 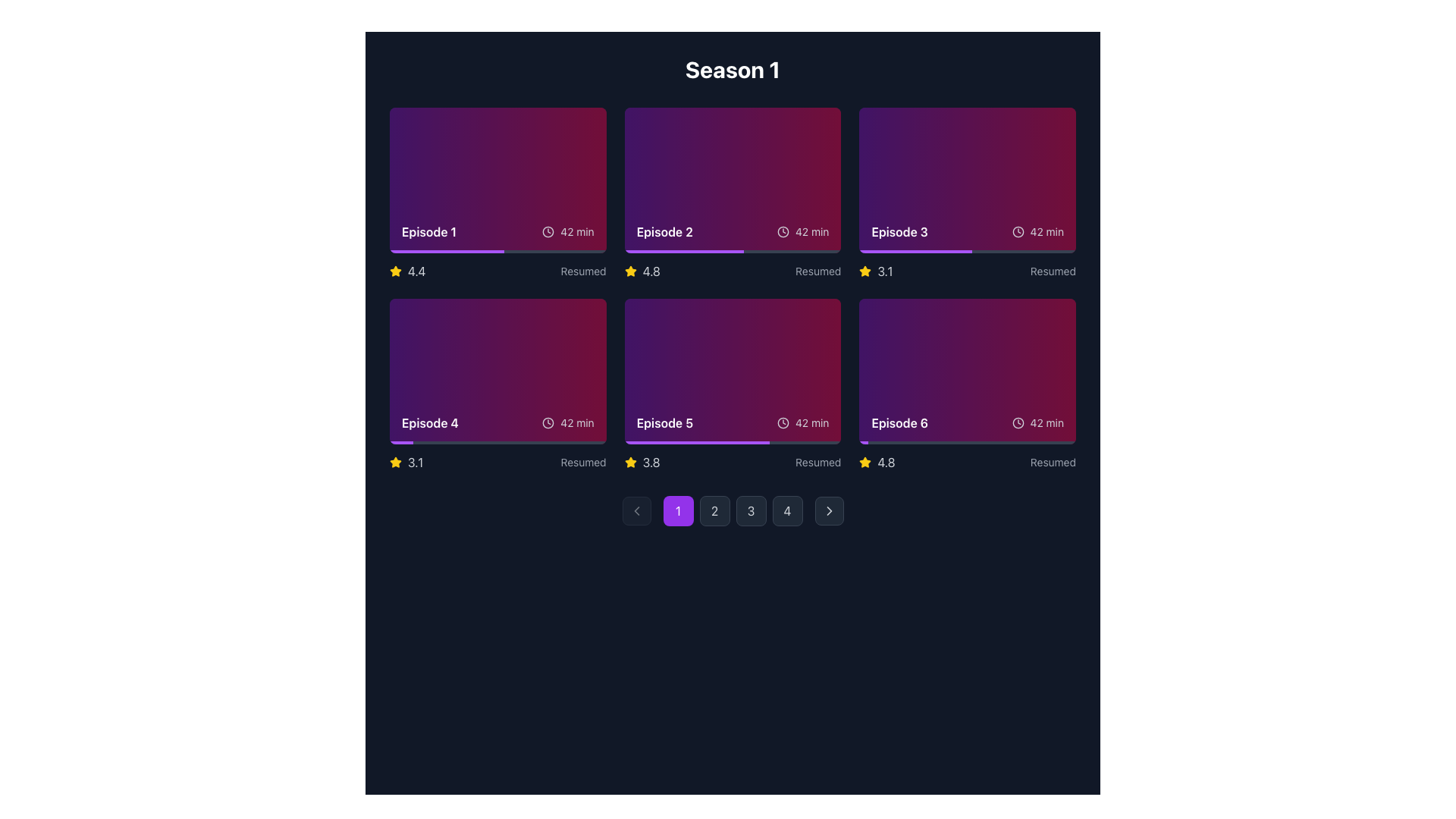 I want to click on text displaying '42 min' in gray color located in the top-right corner of the episode card, so click(x=1046, y=231).